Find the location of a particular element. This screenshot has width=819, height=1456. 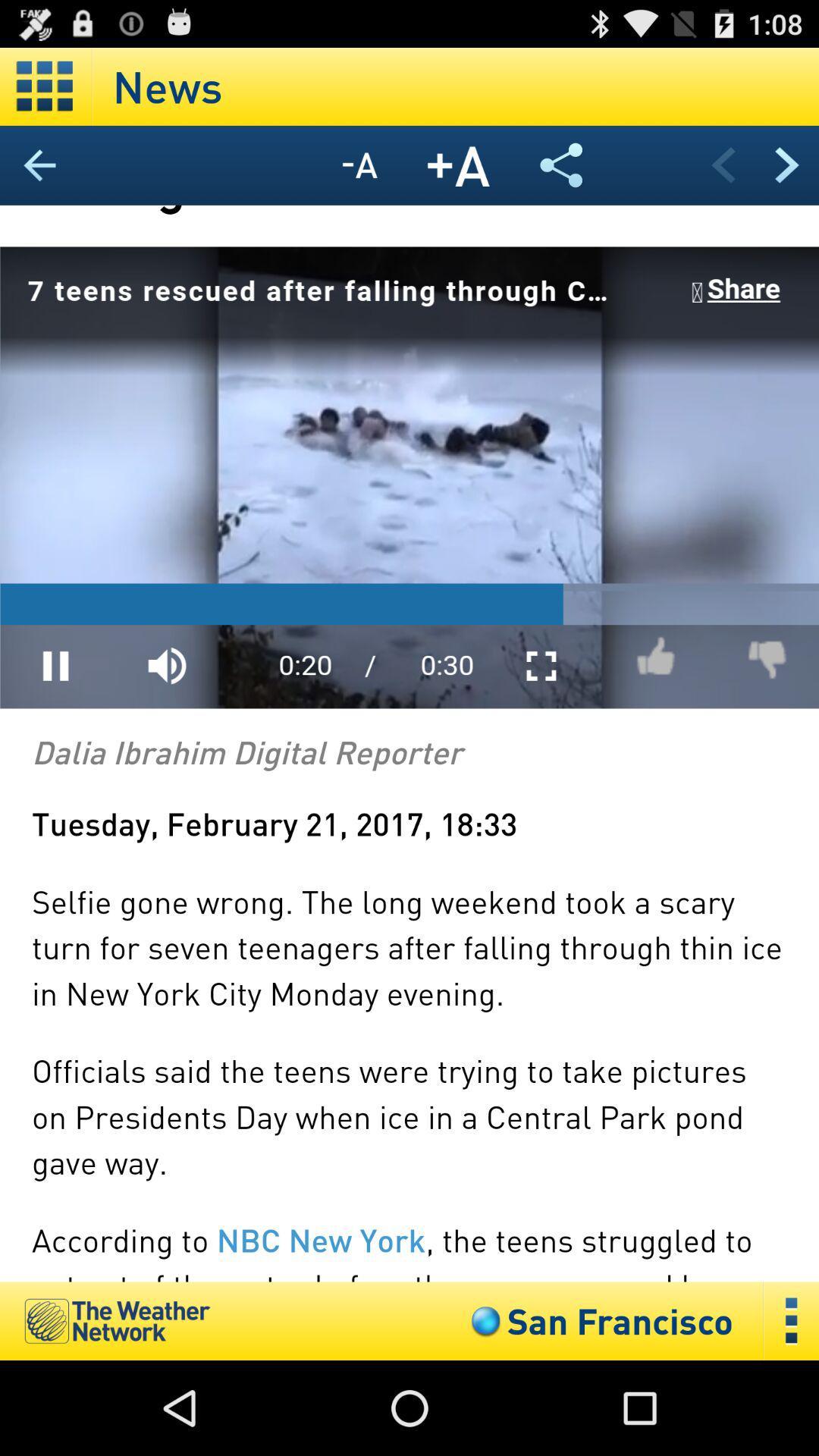

go back is located at coordinates (45, 165).